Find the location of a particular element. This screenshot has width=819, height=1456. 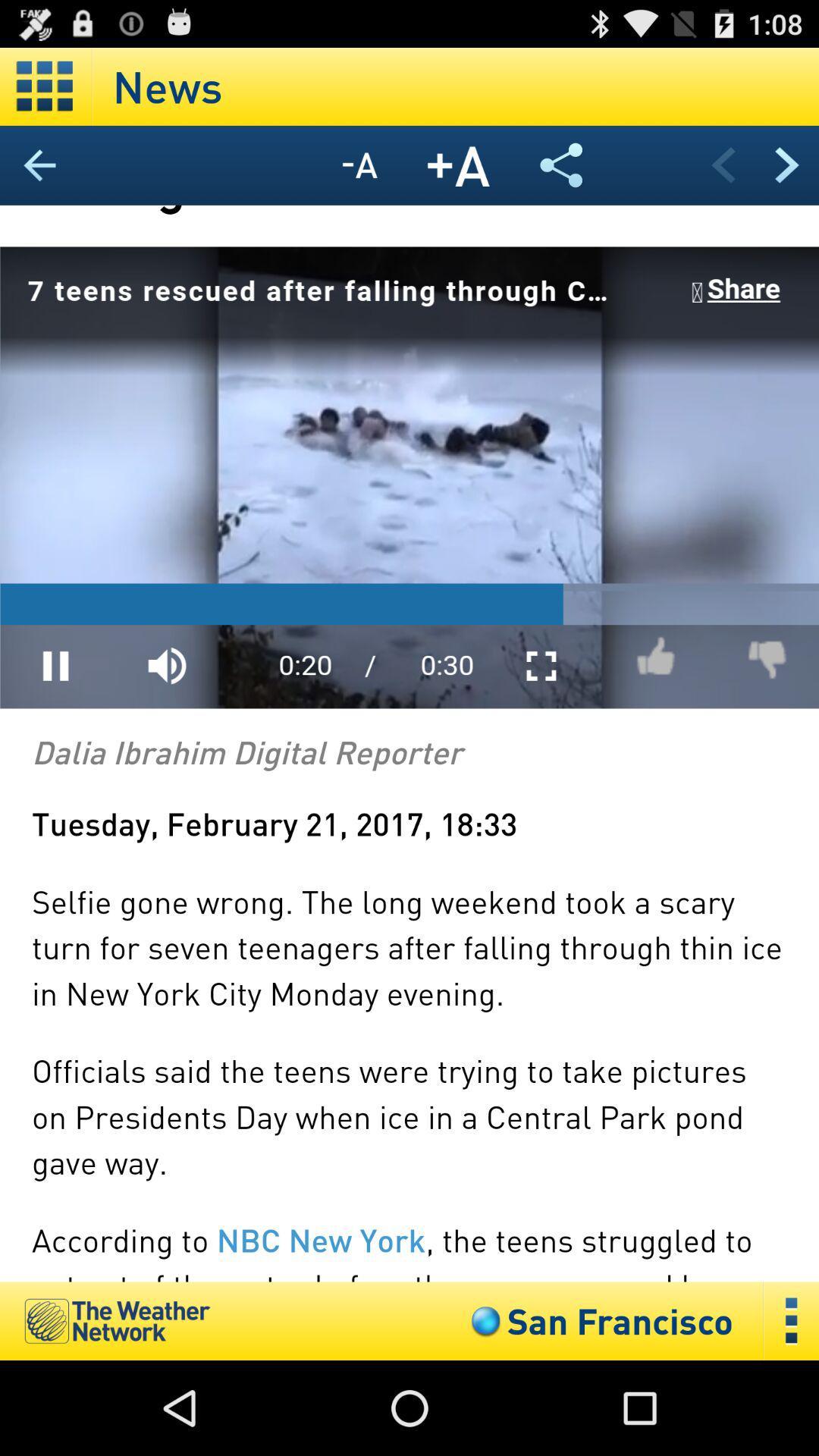

go back is located at coordinates (45, 165).